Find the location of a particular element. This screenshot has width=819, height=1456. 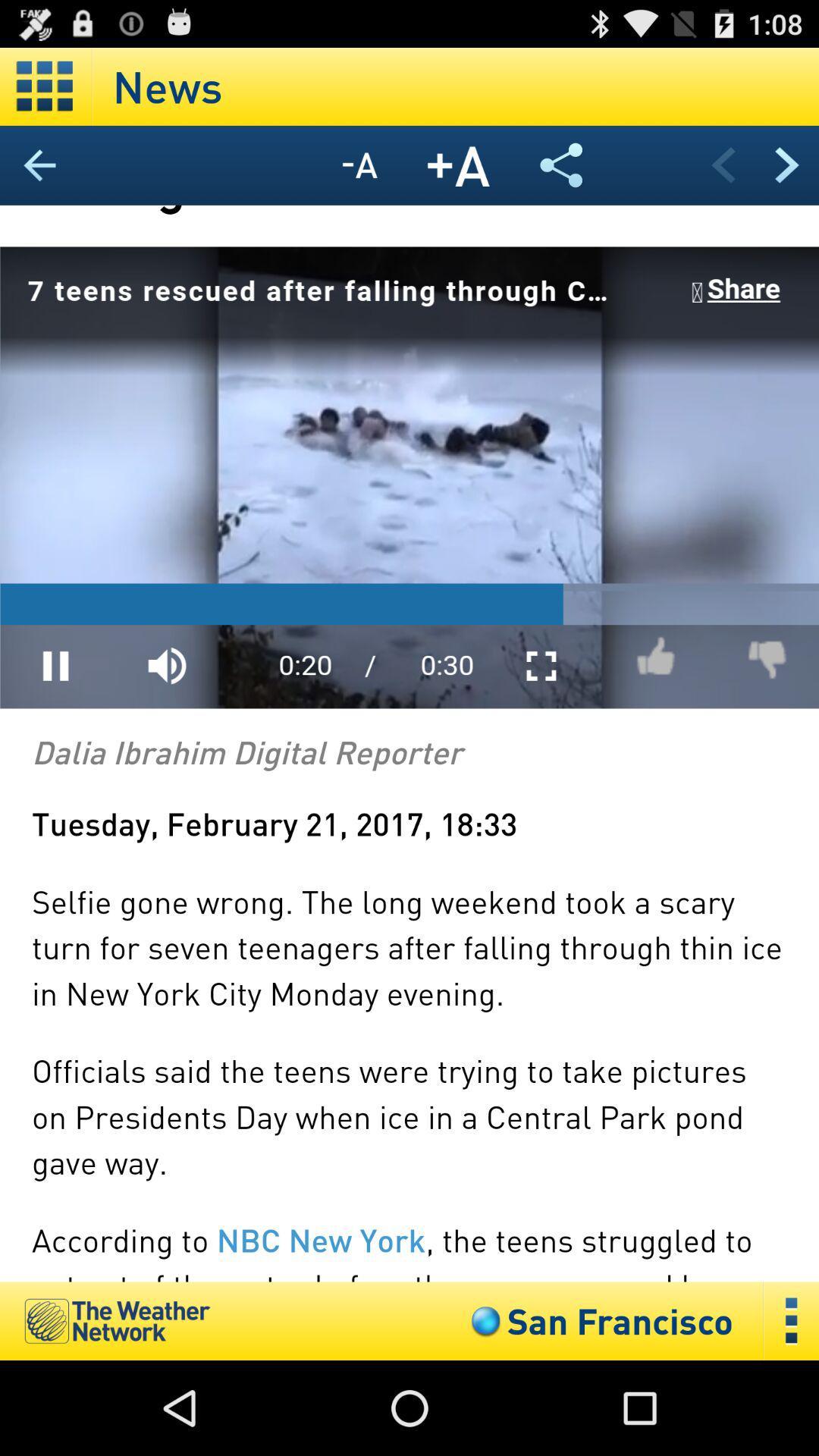

go back is located at coordinates (45, 165).